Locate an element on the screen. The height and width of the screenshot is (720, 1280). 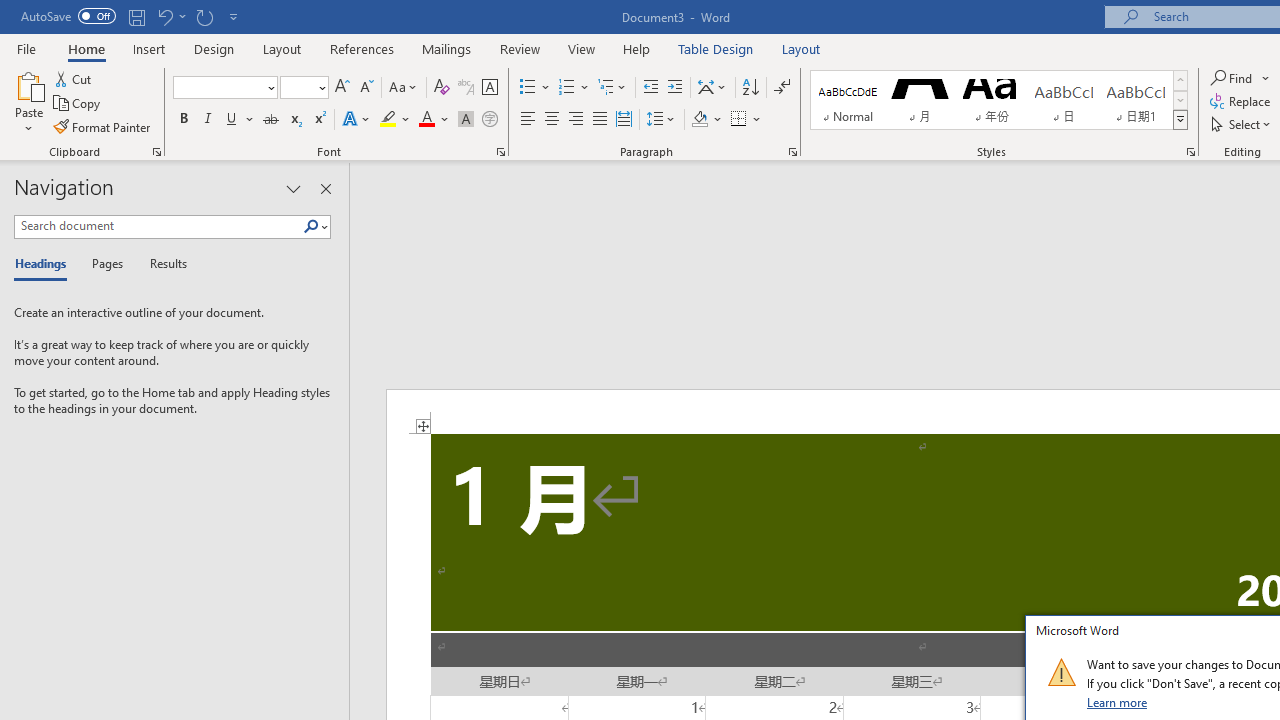
'Office Clipboard...' is located at coordinates (155, 150).